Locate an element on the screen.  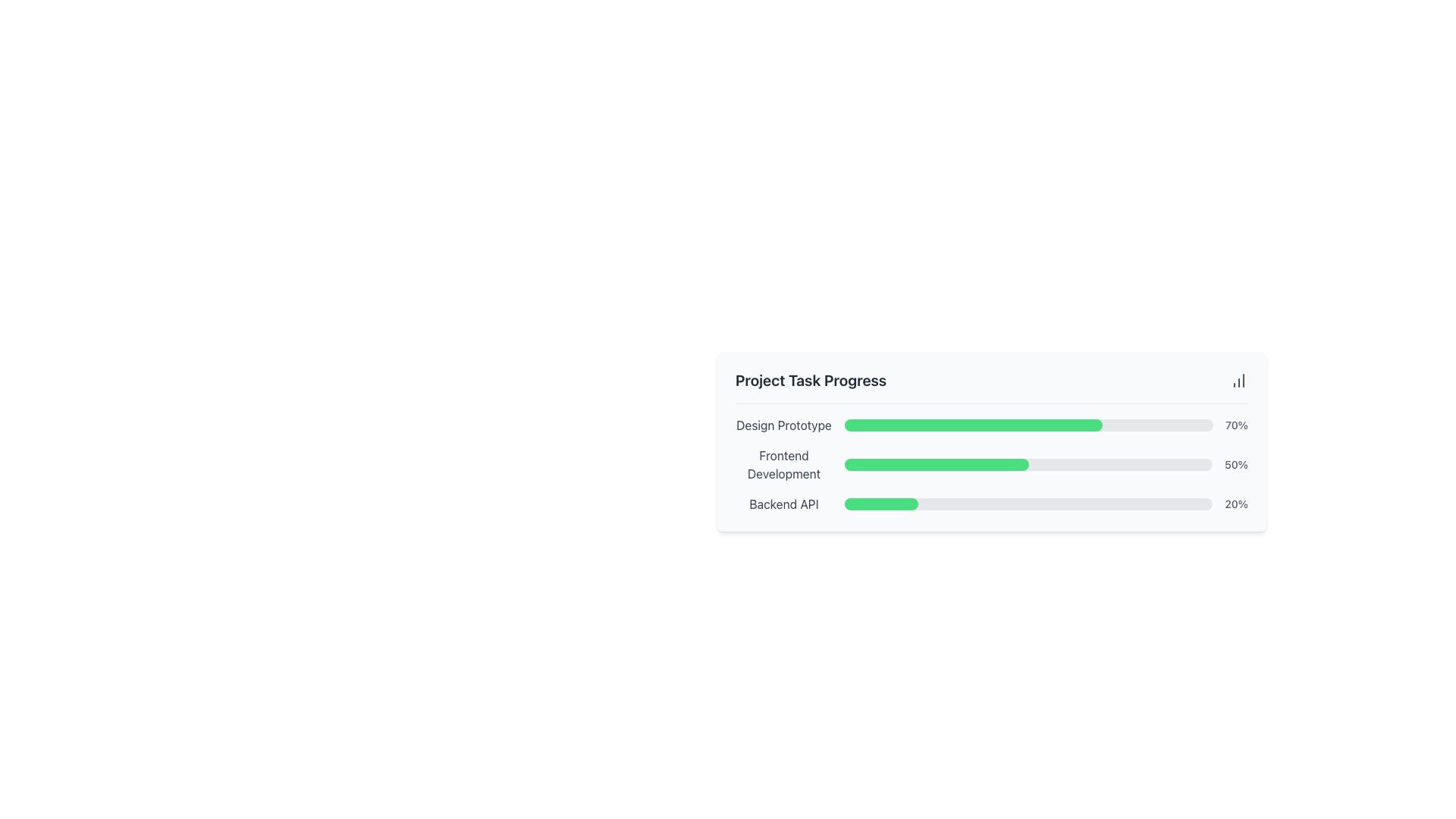
text label indicating the percentage completion of the progress bar for the 'Frontend Development' task is located at coordinates (1236, 464).